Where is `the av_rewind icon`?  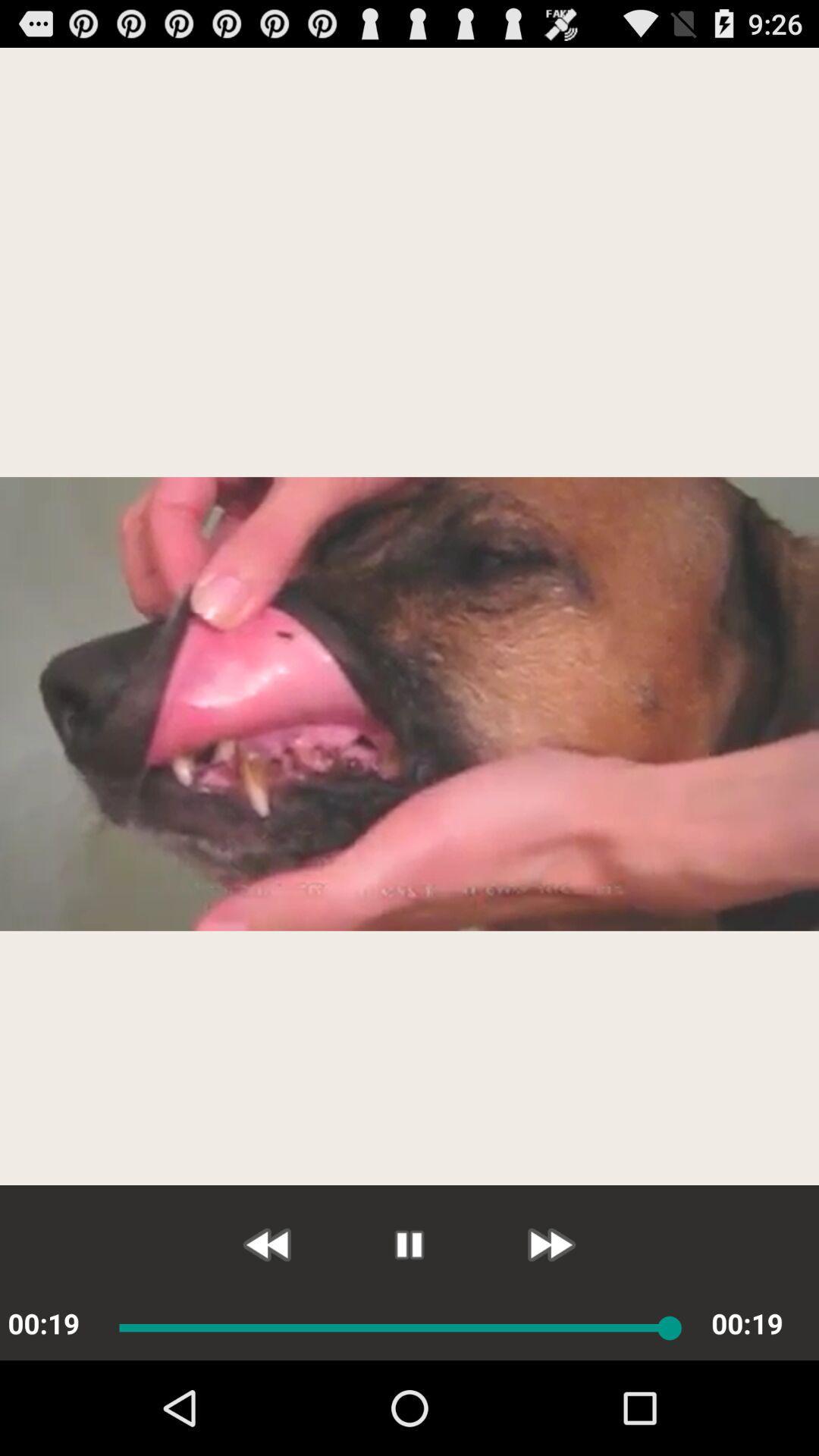 the av_rewind icon is located at coordinates (266, 1331).